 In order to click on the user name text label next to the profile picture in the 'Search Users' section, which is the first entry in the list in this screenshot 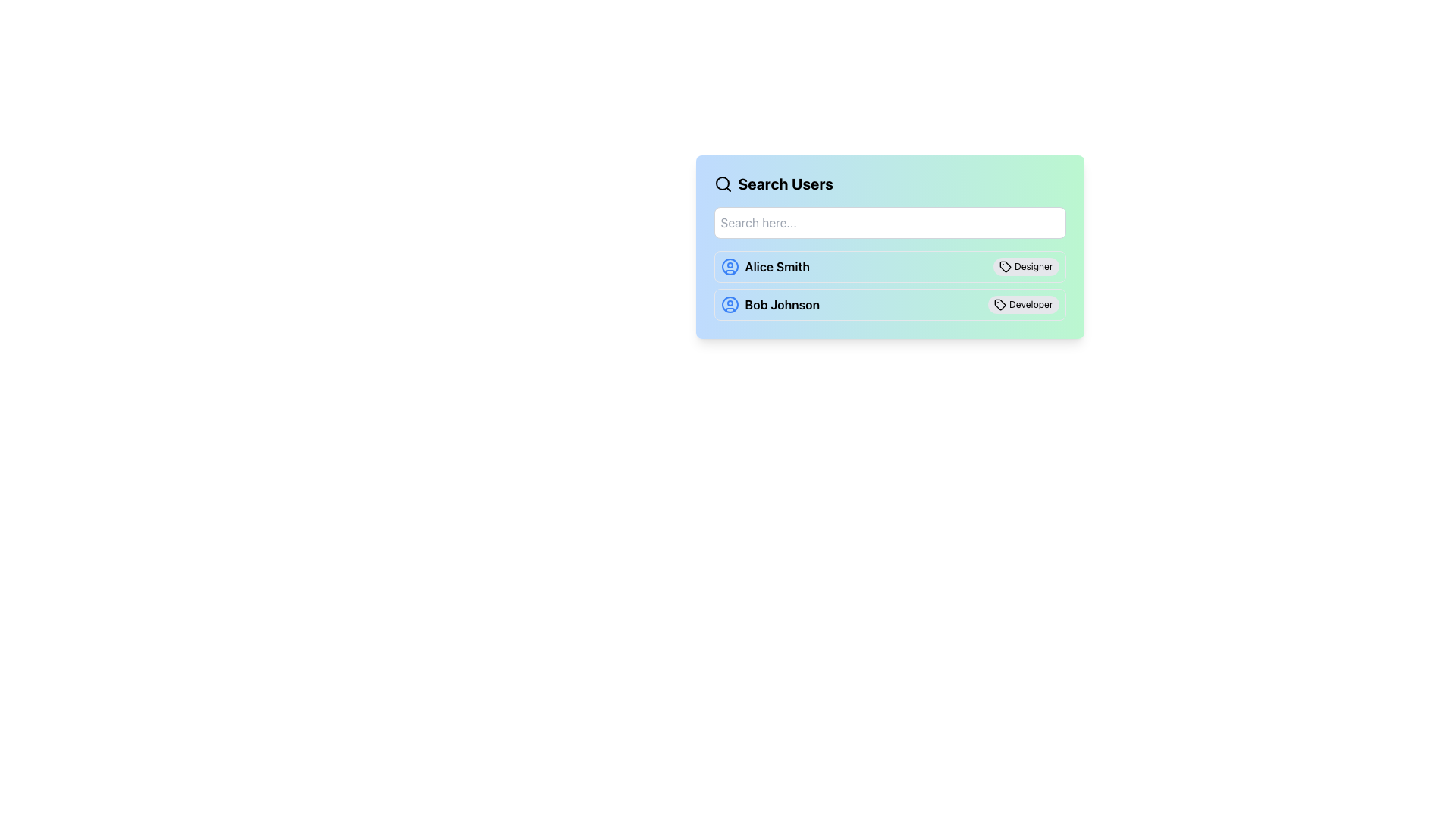, I will do `click(777, 265)`.